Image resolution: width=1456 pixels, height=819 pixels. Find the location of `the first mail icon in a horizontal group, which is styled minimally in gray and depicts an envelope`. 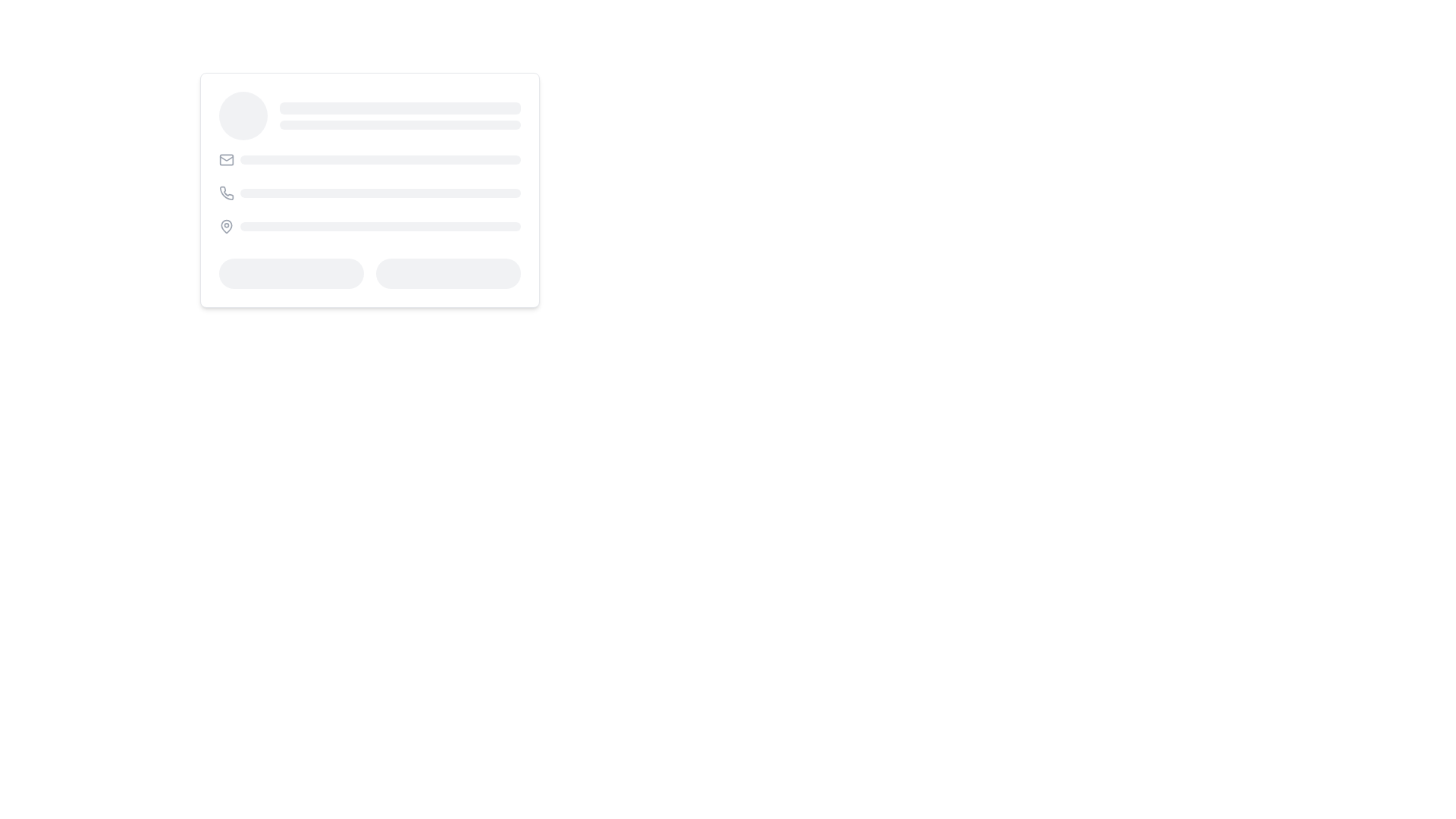

the first mail icon in a horizontal group, which is styled minimally in gray and depicts an envelope is located at coordinates (225, 160).